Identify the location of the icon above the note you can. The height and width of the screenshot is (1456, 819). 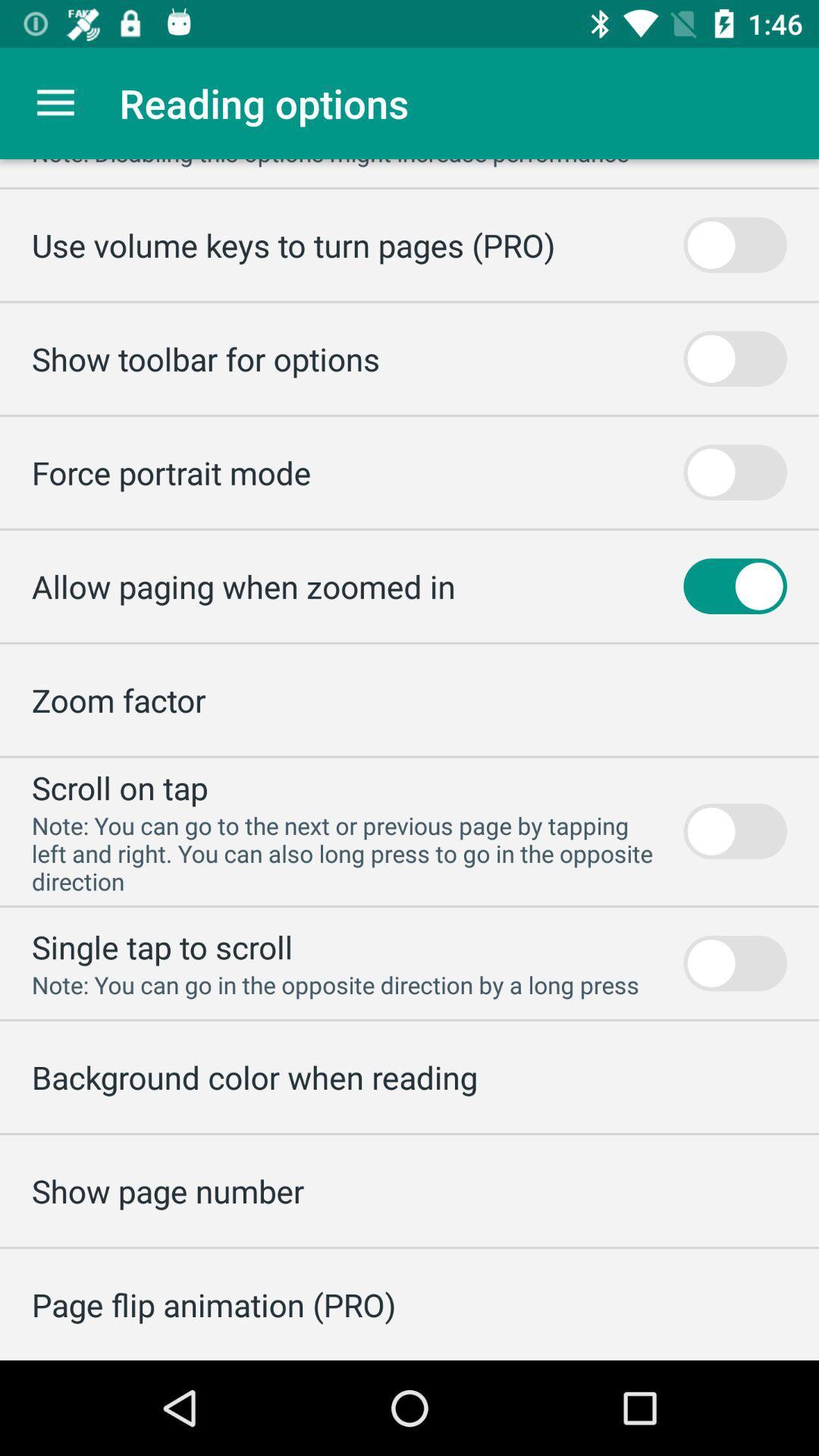
(162, 946).